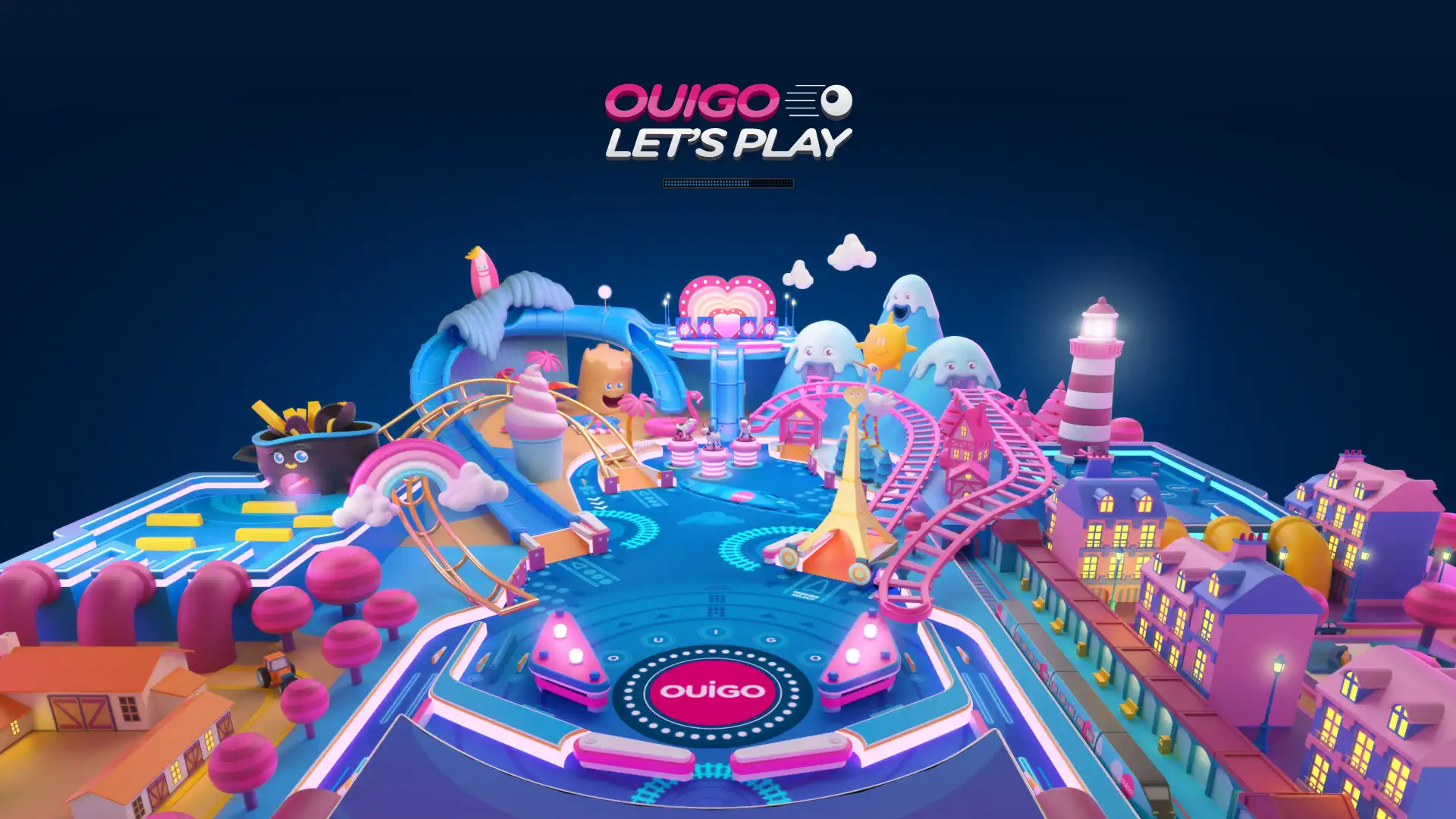  I want to click on CLASSEMENT, so click(728, 796).